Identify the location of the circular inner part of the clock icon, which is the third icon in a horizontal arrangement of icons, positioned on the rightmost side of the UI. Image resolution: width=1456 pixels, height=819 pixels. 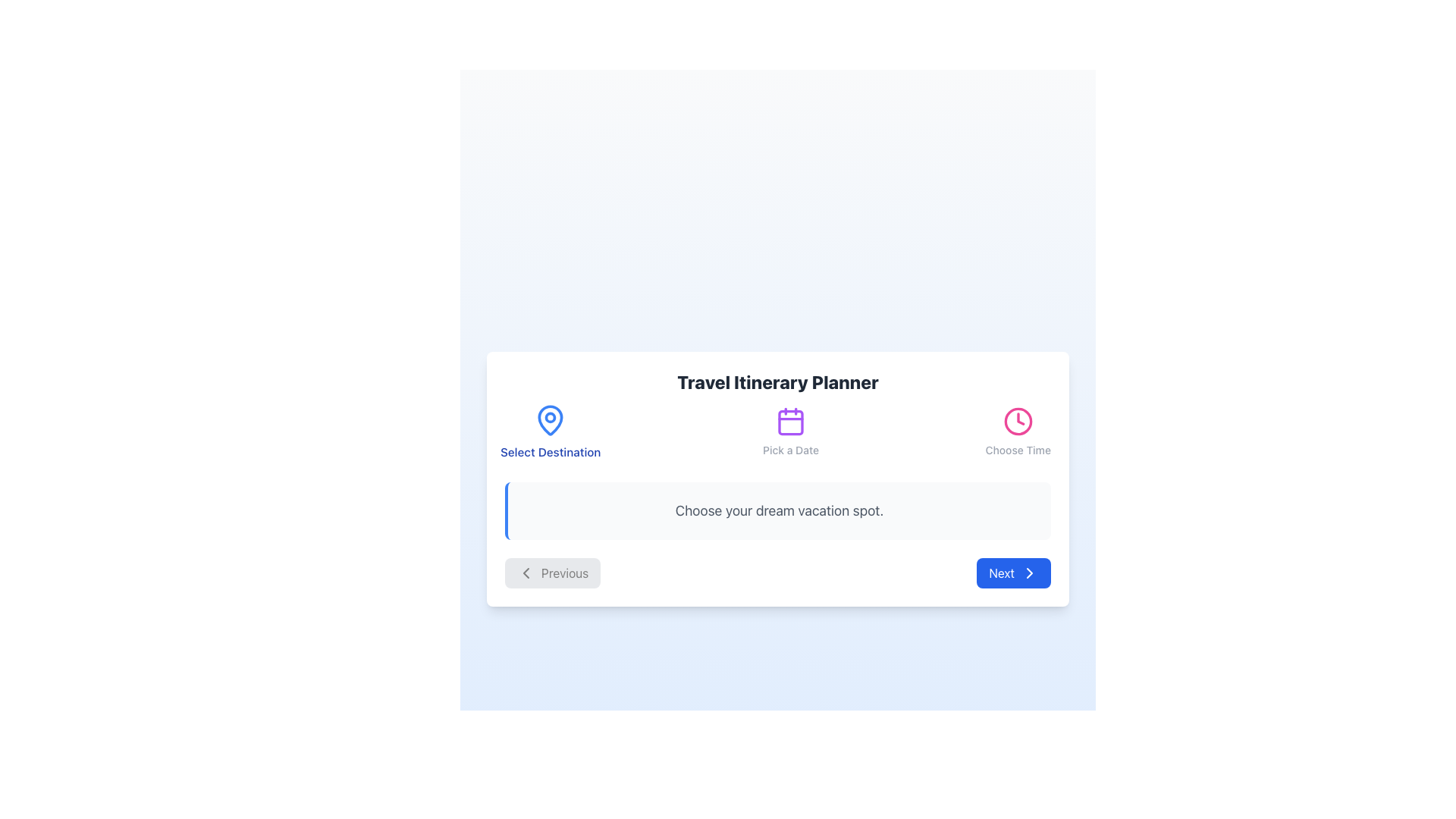
(1018, 421).